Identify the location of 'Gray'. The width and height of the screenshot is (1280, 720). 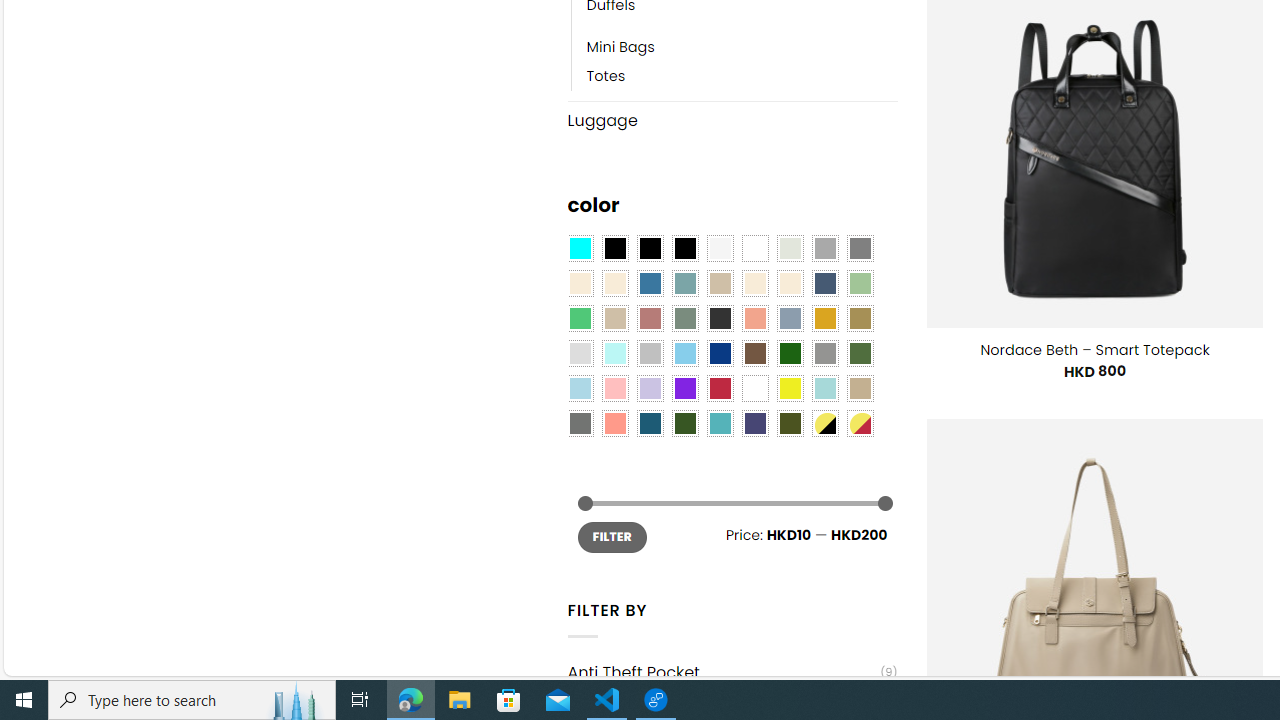
(824, 353).